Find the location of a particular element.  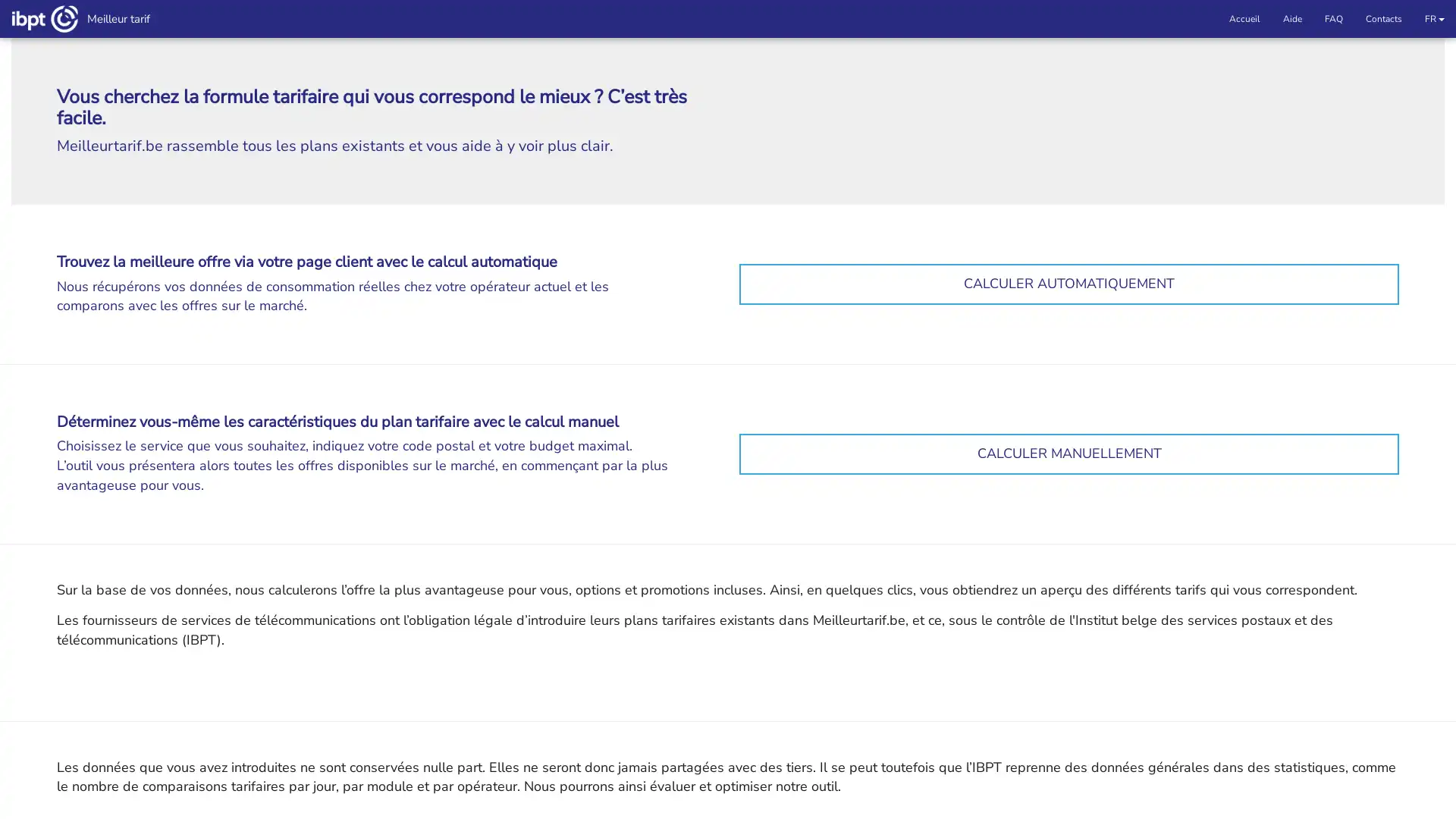

CALCULER AUTOMATIQUEMENT is located at coordinates (1068, 284).